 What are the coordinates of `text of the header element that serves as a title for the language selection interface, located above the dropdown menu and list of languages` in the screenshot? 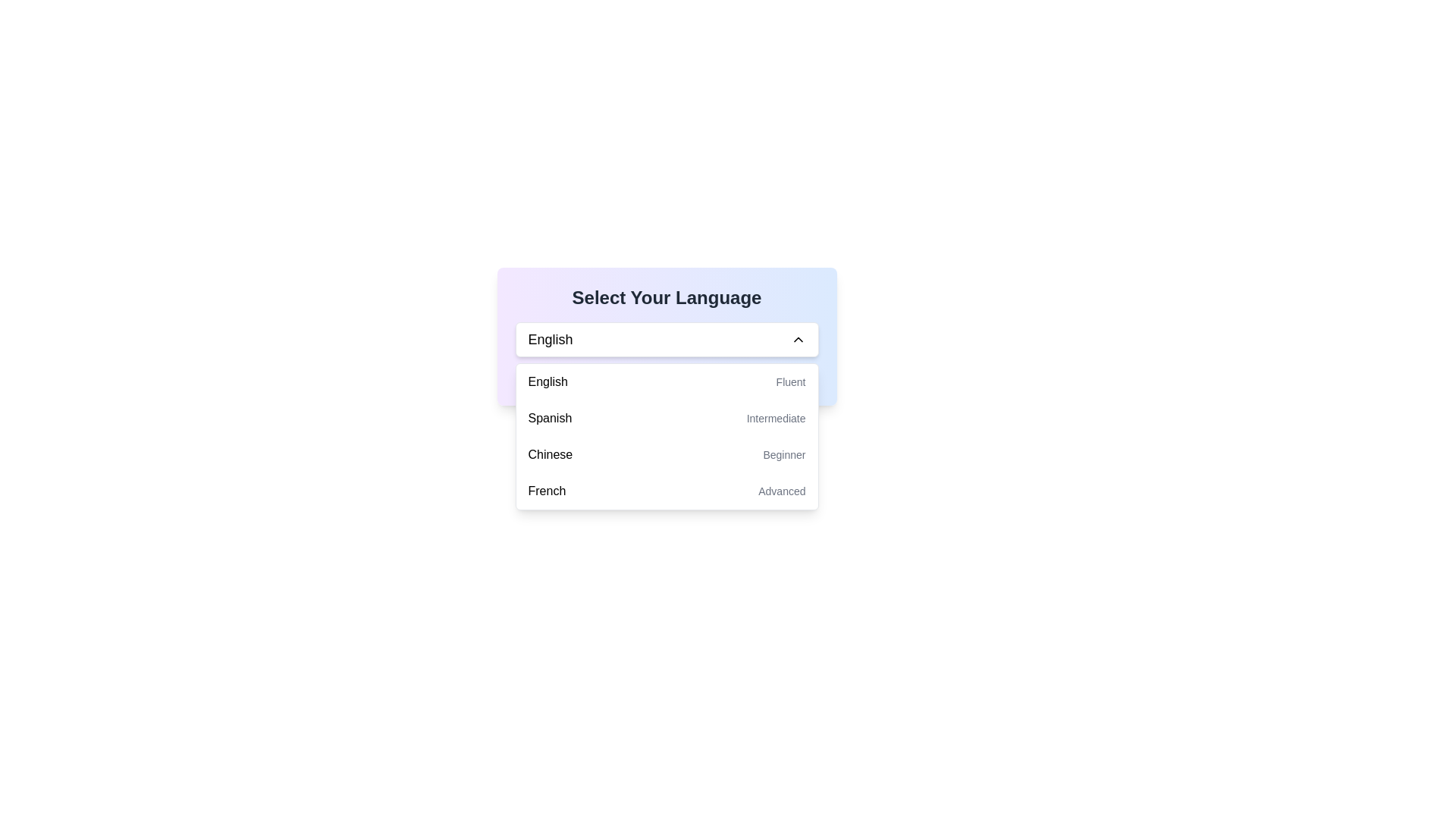 It's located at (667, 298).